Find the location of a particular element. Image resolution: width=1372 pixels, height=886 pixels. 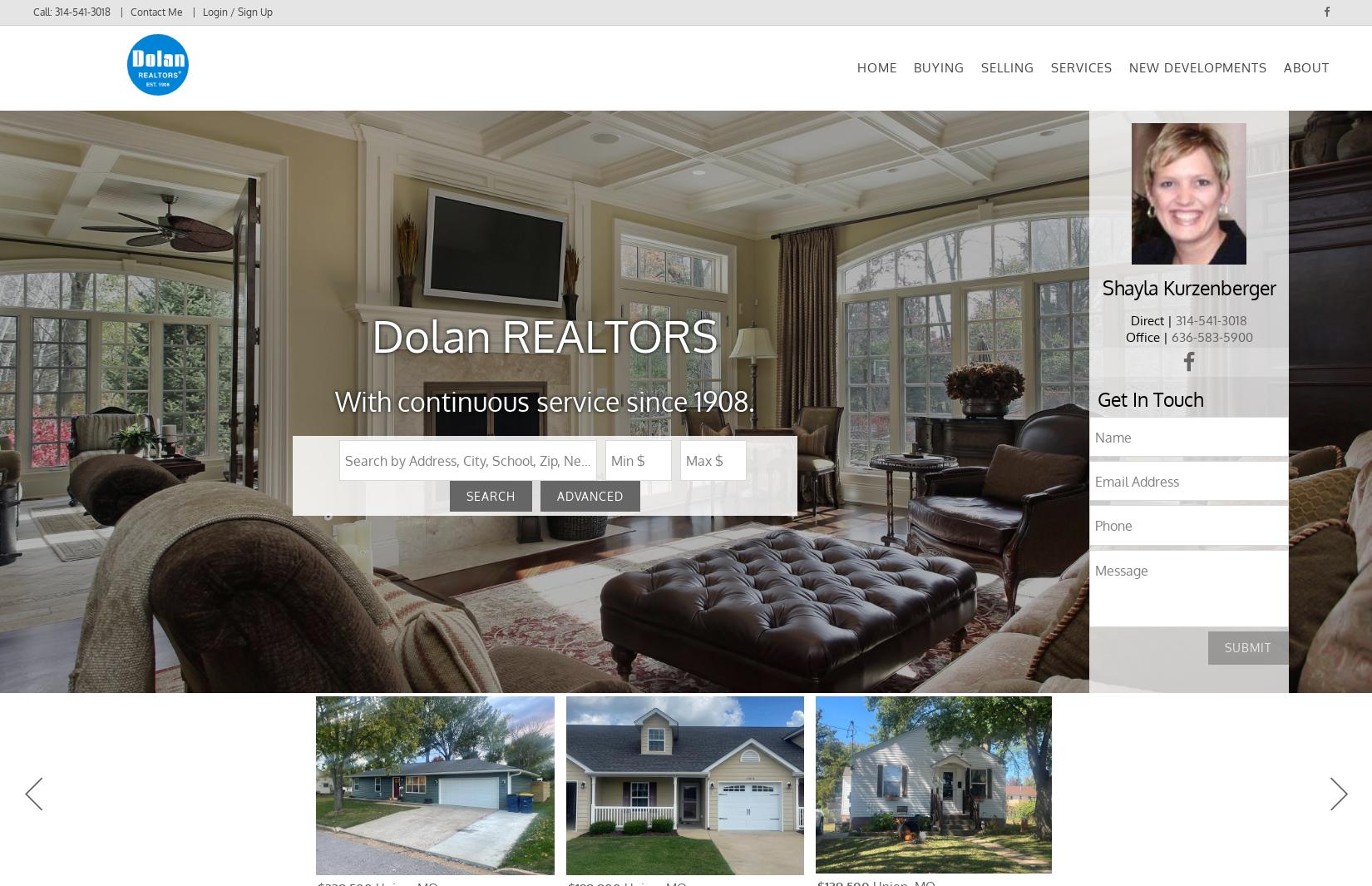

'About' is located at coordinates (1305, 77).